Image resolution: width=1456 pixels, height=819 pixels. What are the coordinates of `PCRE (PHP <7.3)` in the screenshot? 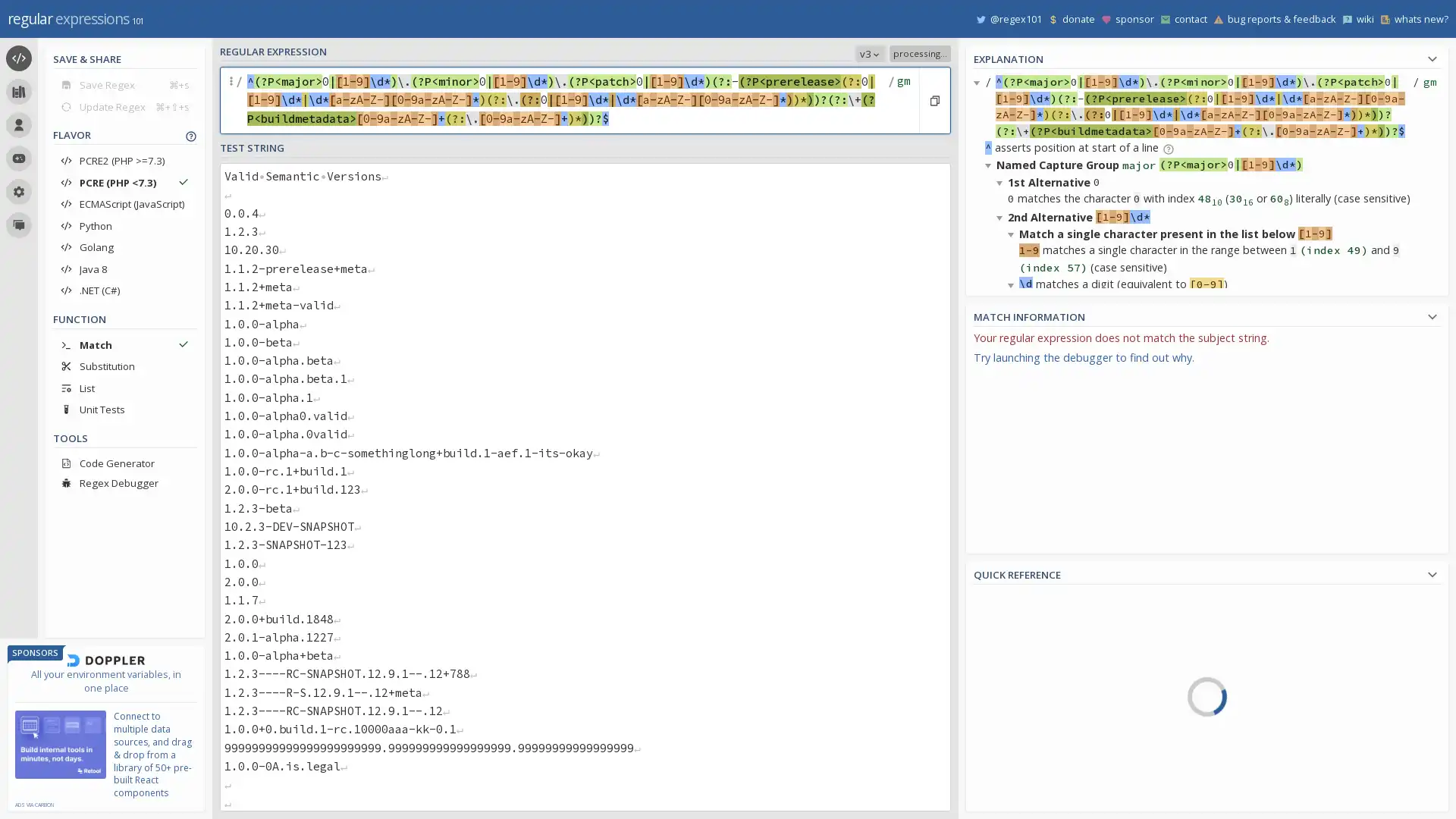 It's located at (124, 181).